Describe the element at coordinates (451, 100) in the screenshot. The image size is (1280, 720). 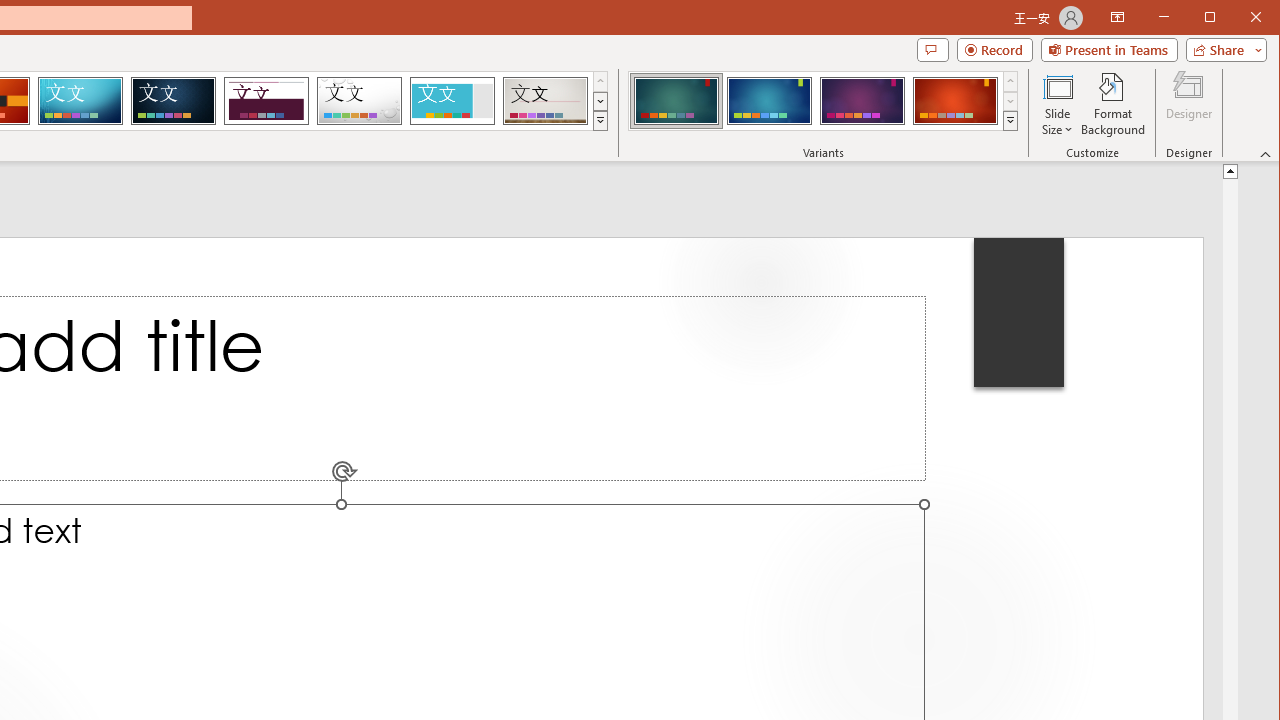
I see `'Frame'` at that location.